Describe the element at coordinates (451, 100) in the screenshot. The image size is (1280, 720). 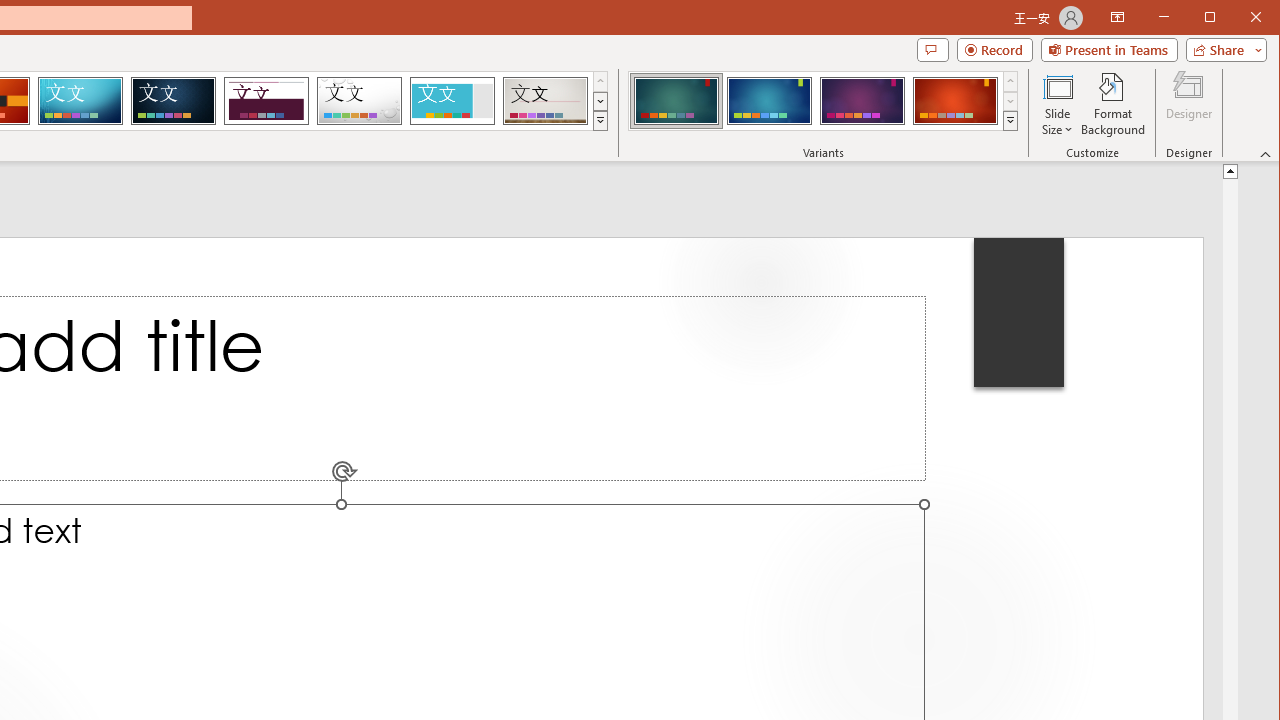
I see `'Frame'` at that location.